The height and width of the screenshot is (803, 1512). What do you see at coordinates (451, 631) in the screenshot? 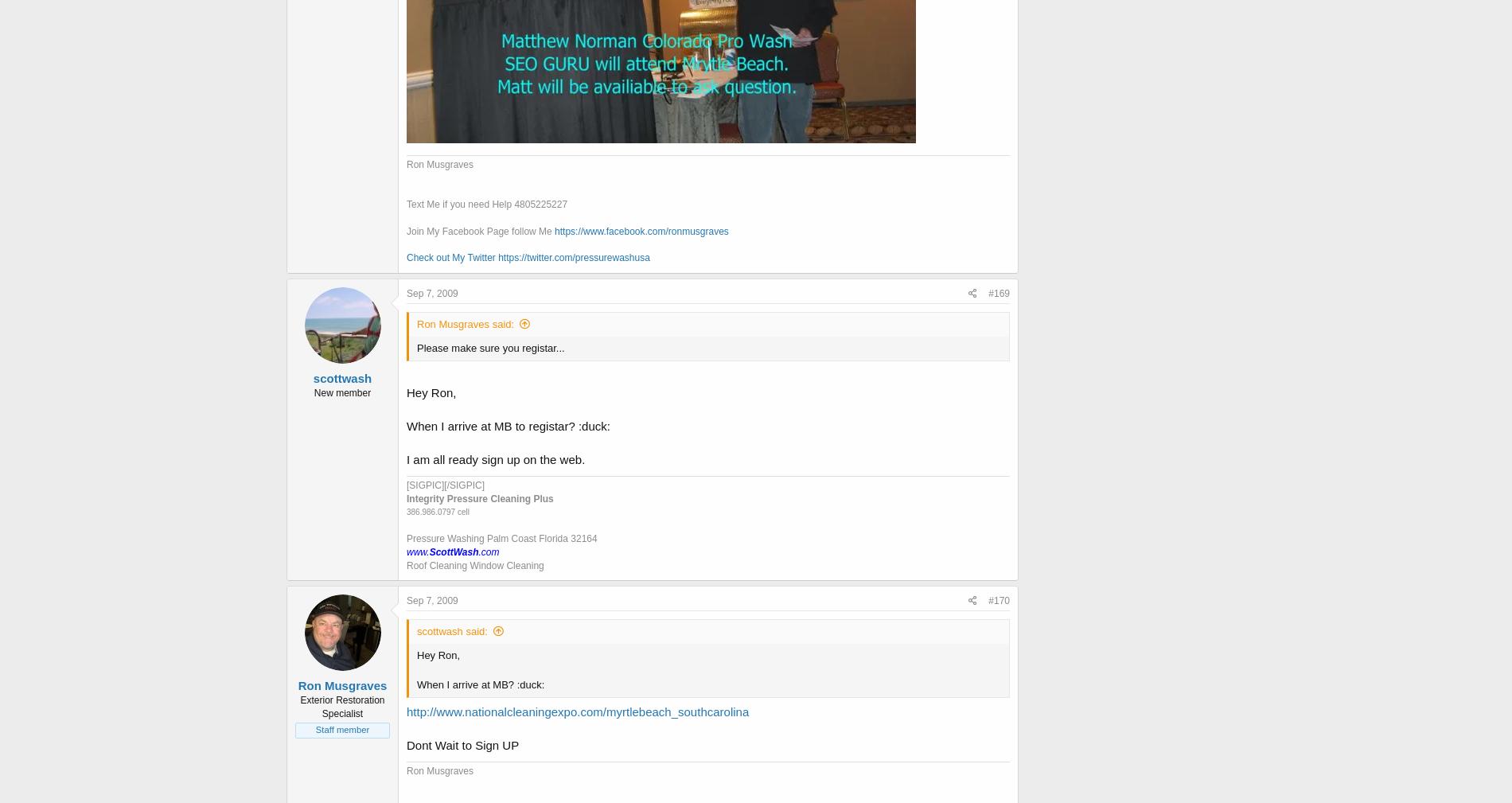
I see `'scottwash said:'` at bounding box center [451, 631].